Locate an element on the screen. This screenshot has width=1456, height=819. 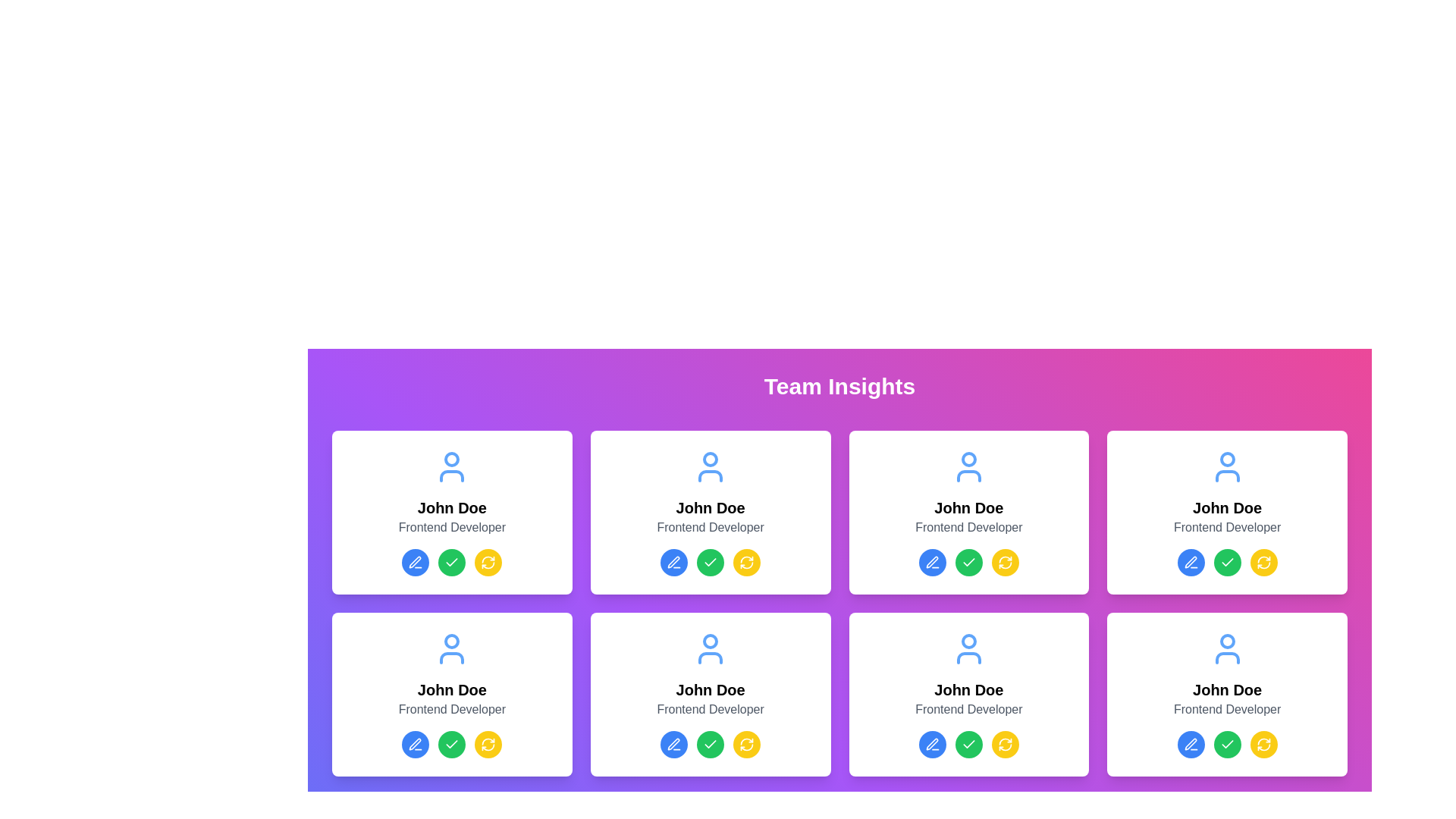
the circular icon with a green background and white checkmark, located in the second card's bottom button row, positioned between the blue edit icon and yellow refresh icon is located at coordinates (968, 562).